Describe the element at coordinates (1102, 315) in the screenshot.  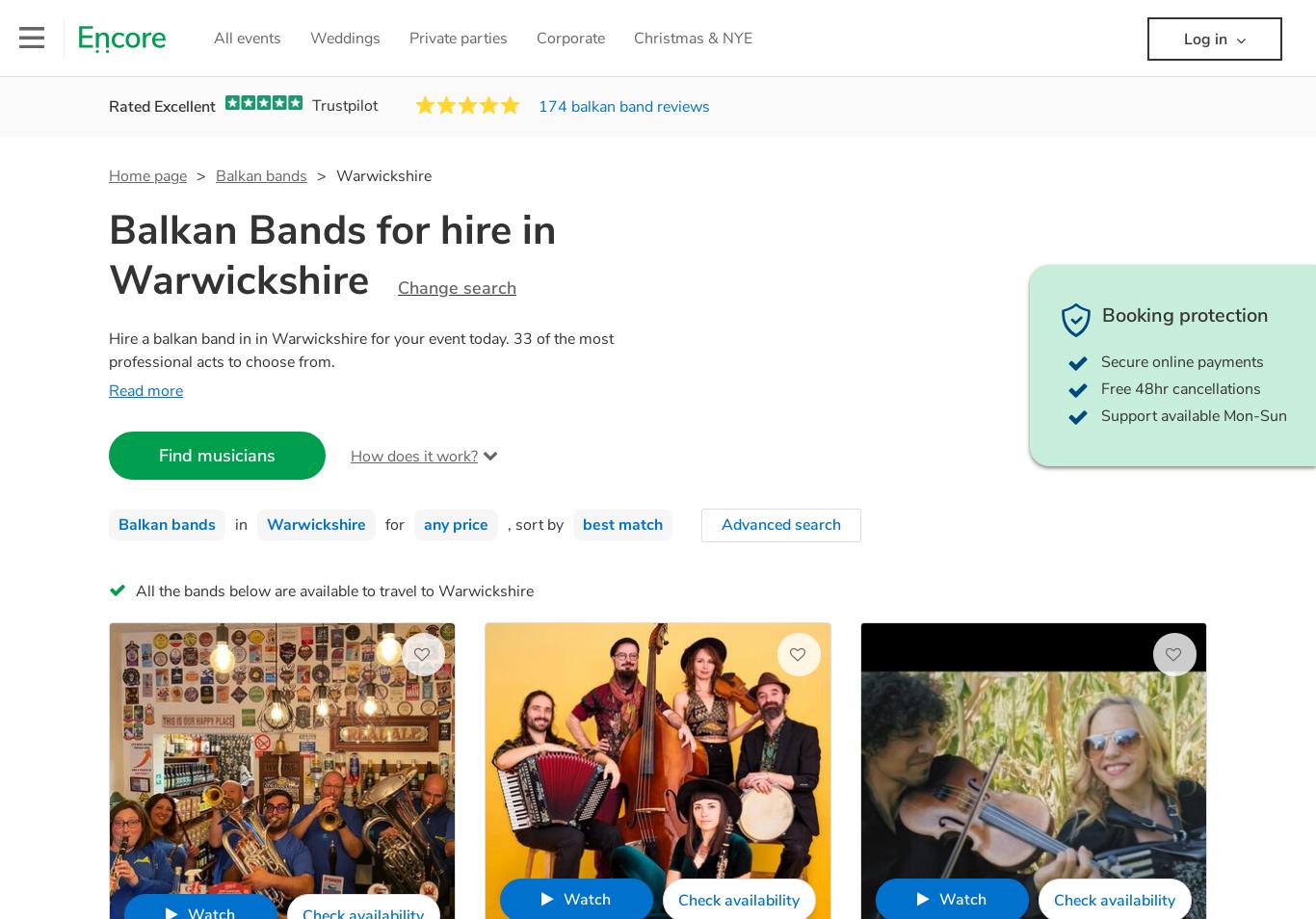
I see `'Booking protection'` at that location.